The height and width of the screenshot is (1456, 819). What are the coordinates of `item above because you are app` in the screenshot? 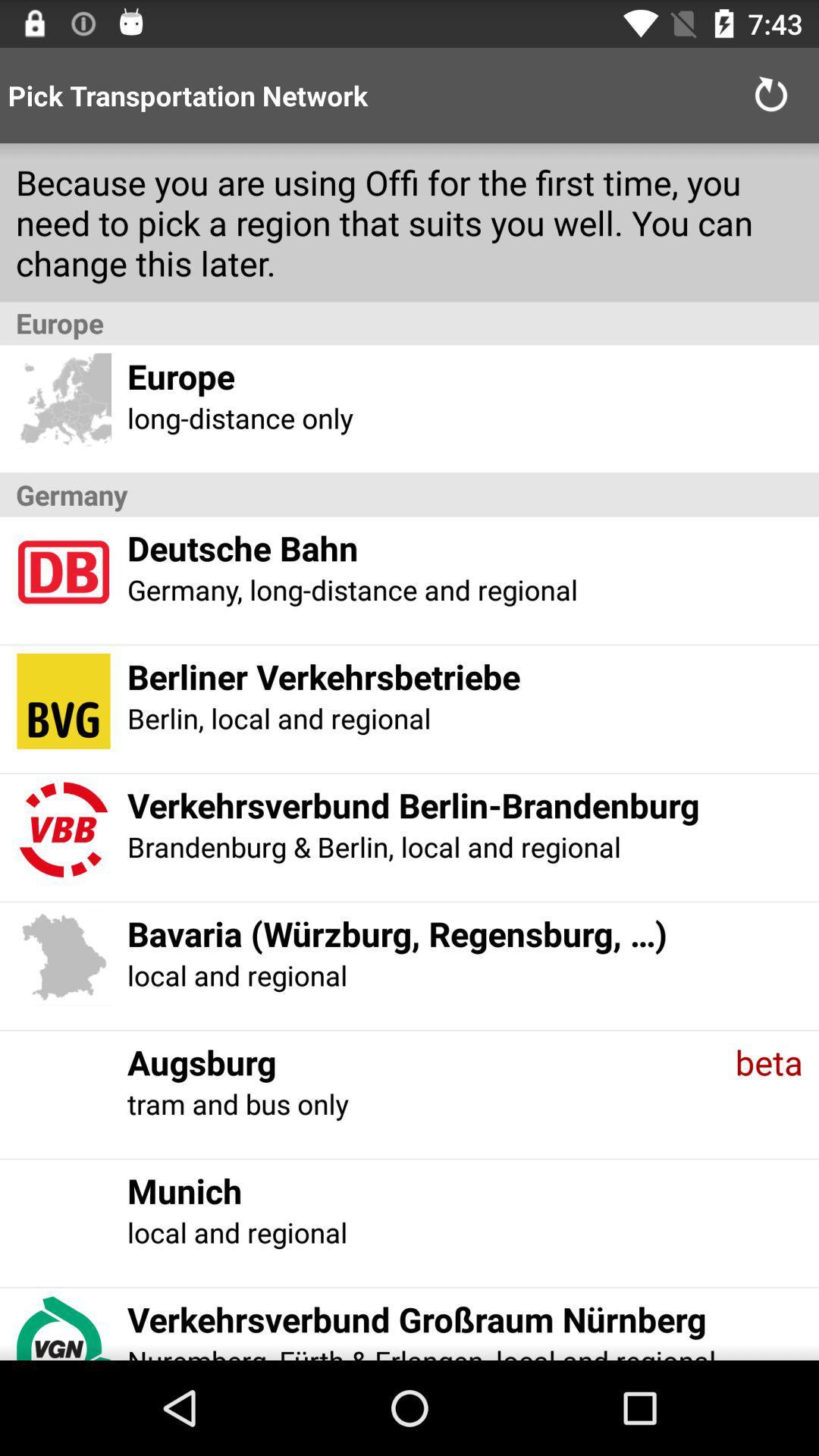 It's located at (771, 94).